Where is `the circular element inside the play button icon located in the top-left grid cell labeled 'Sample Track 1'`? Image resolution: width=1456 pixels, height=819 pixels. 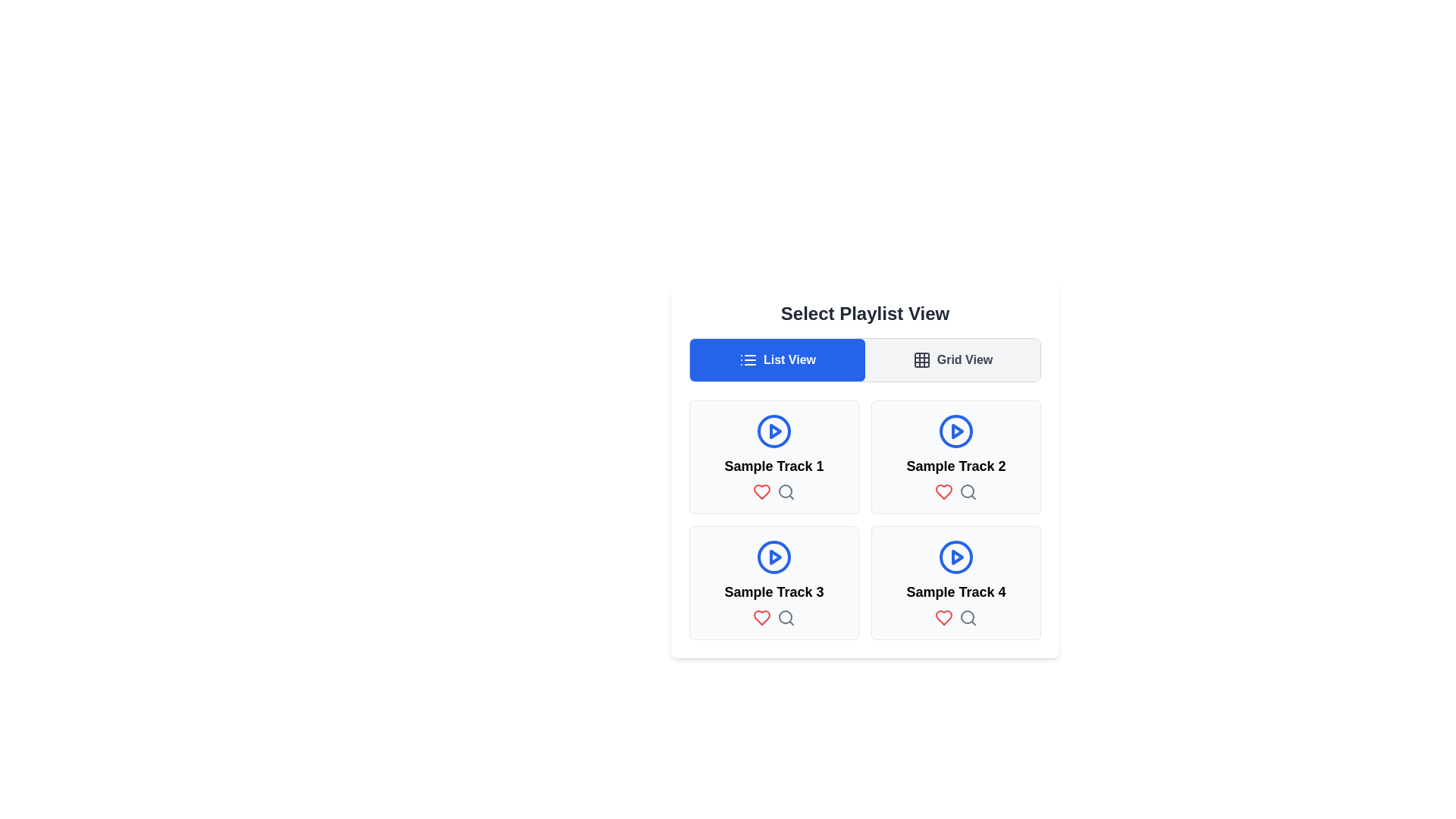 the circular element inside the play button icon located in the top-left grid cell labeled 'Sample Track 1' is located at coordinates (774, 431).